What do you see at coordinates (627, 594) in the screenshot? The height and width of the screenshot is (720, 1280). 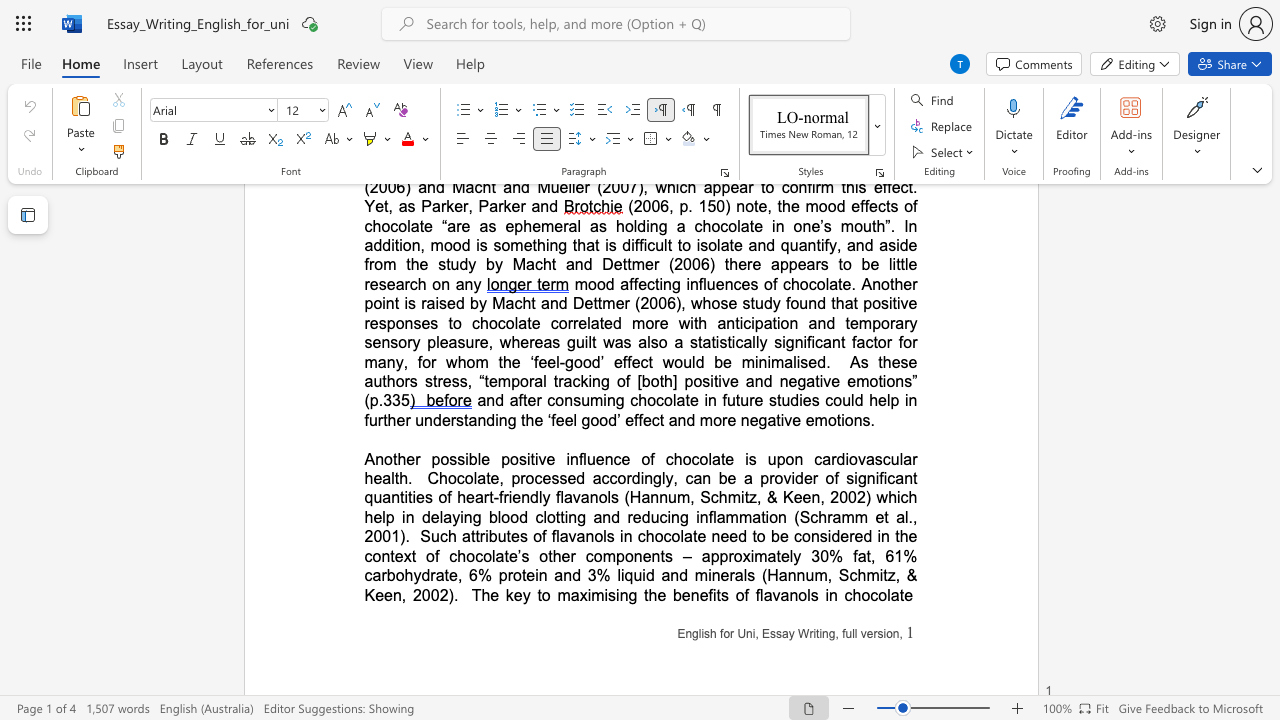 I see `the space between the continuous character "n" and "g" in the text` at bounding box center [627, 594].